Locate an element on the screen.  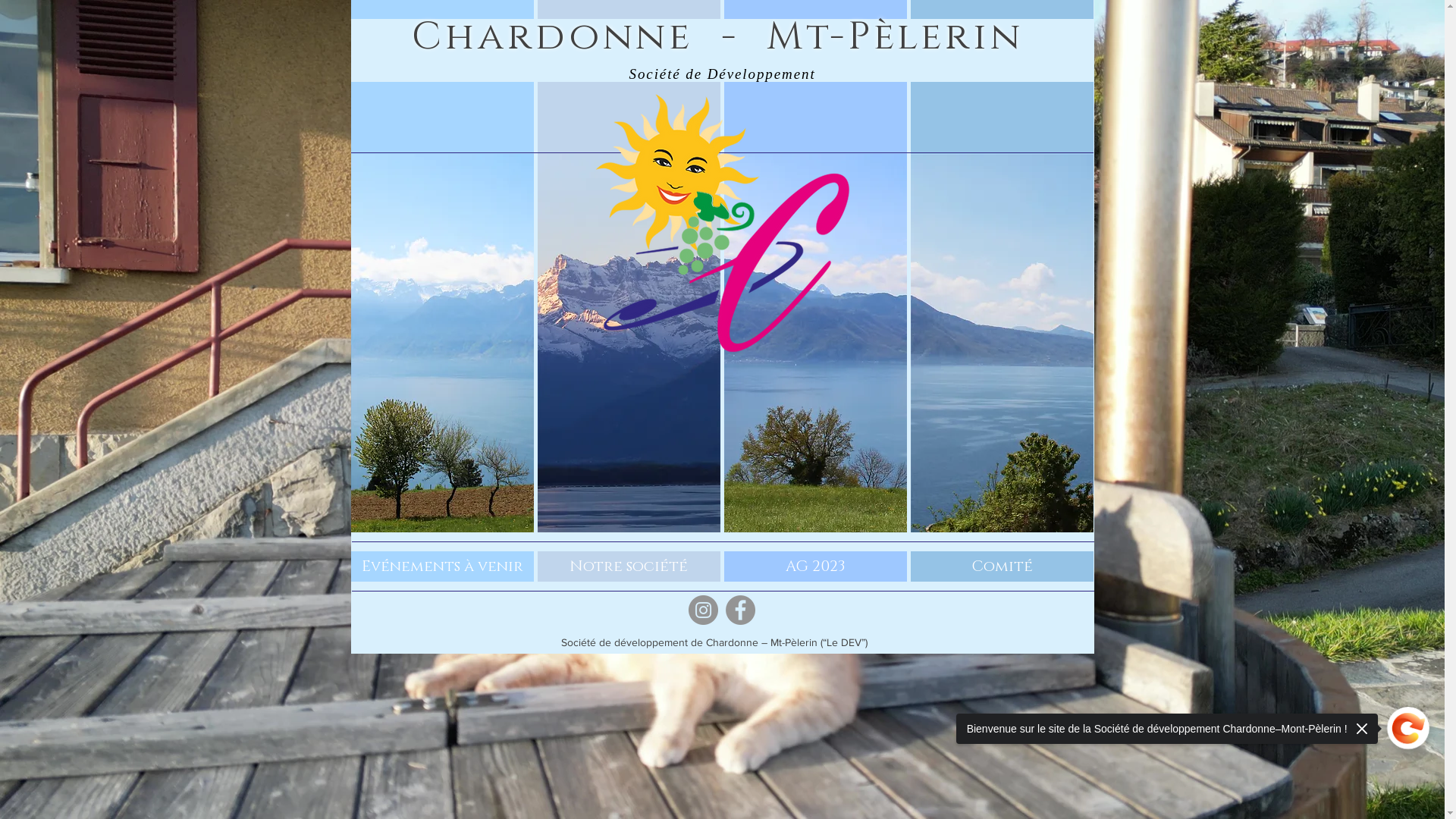
'AG 2023' is located at coordinates (814, 566).